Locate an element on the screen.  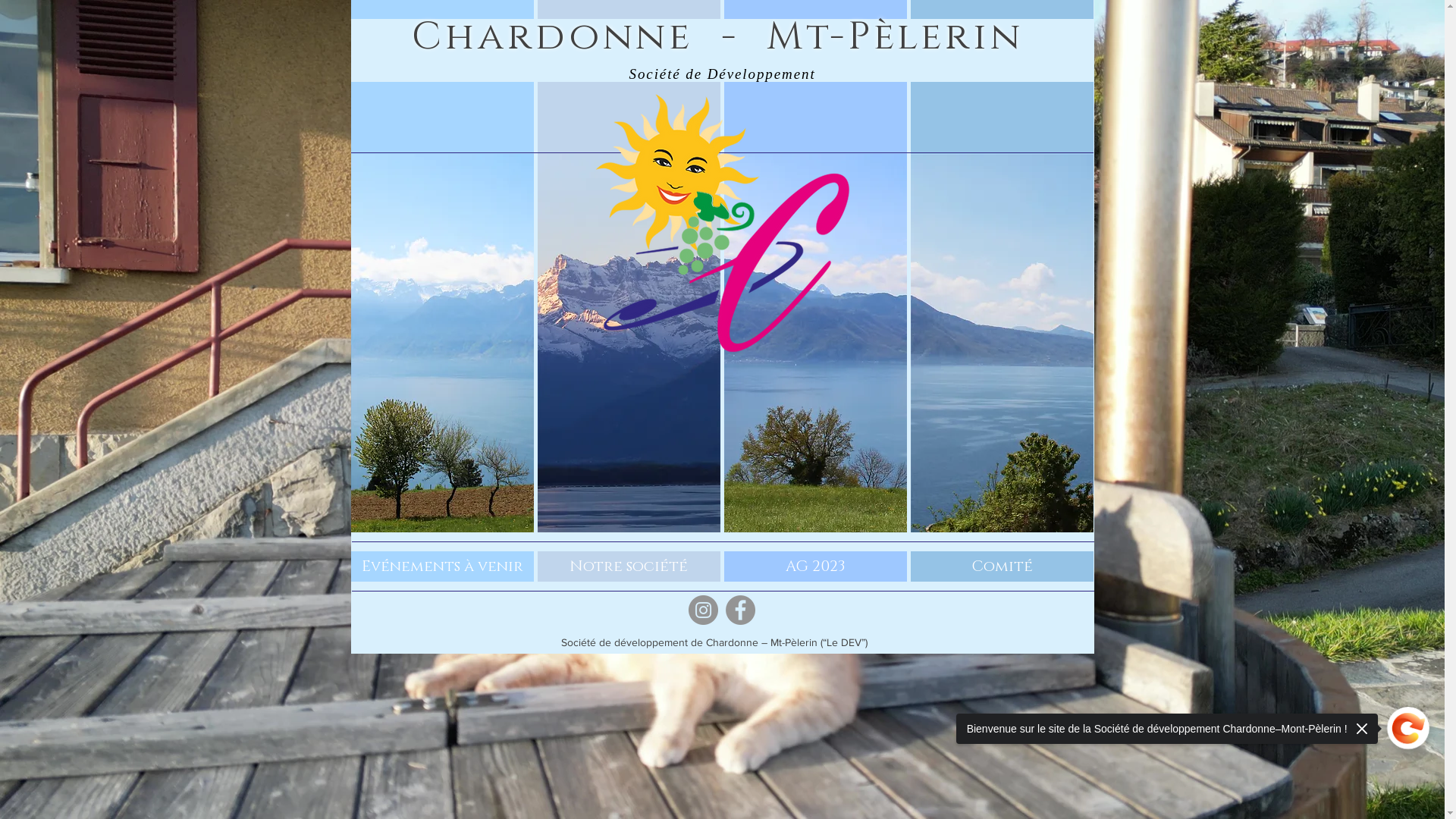
'AG 2023' is located at coordinates (814, 566).